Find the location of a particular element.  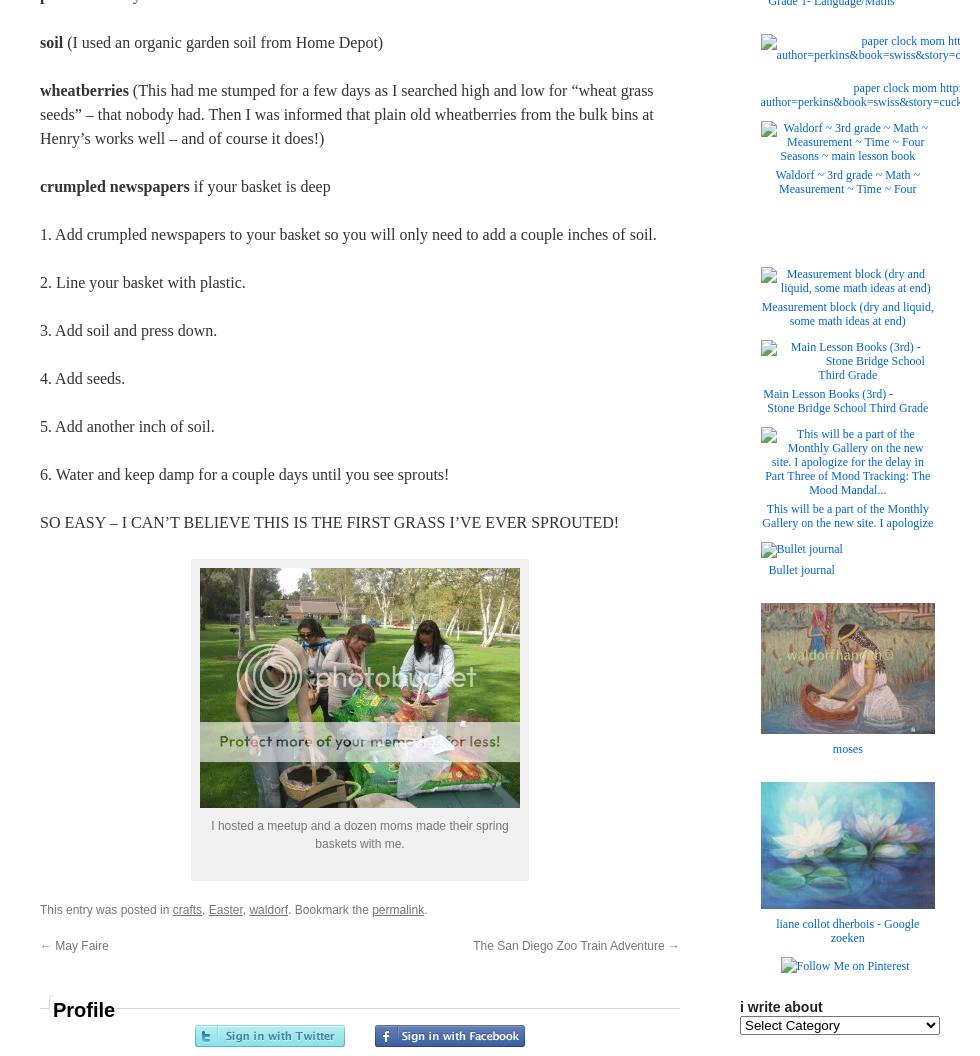

'if your basket is deep' is located at coordinates (259, 186).